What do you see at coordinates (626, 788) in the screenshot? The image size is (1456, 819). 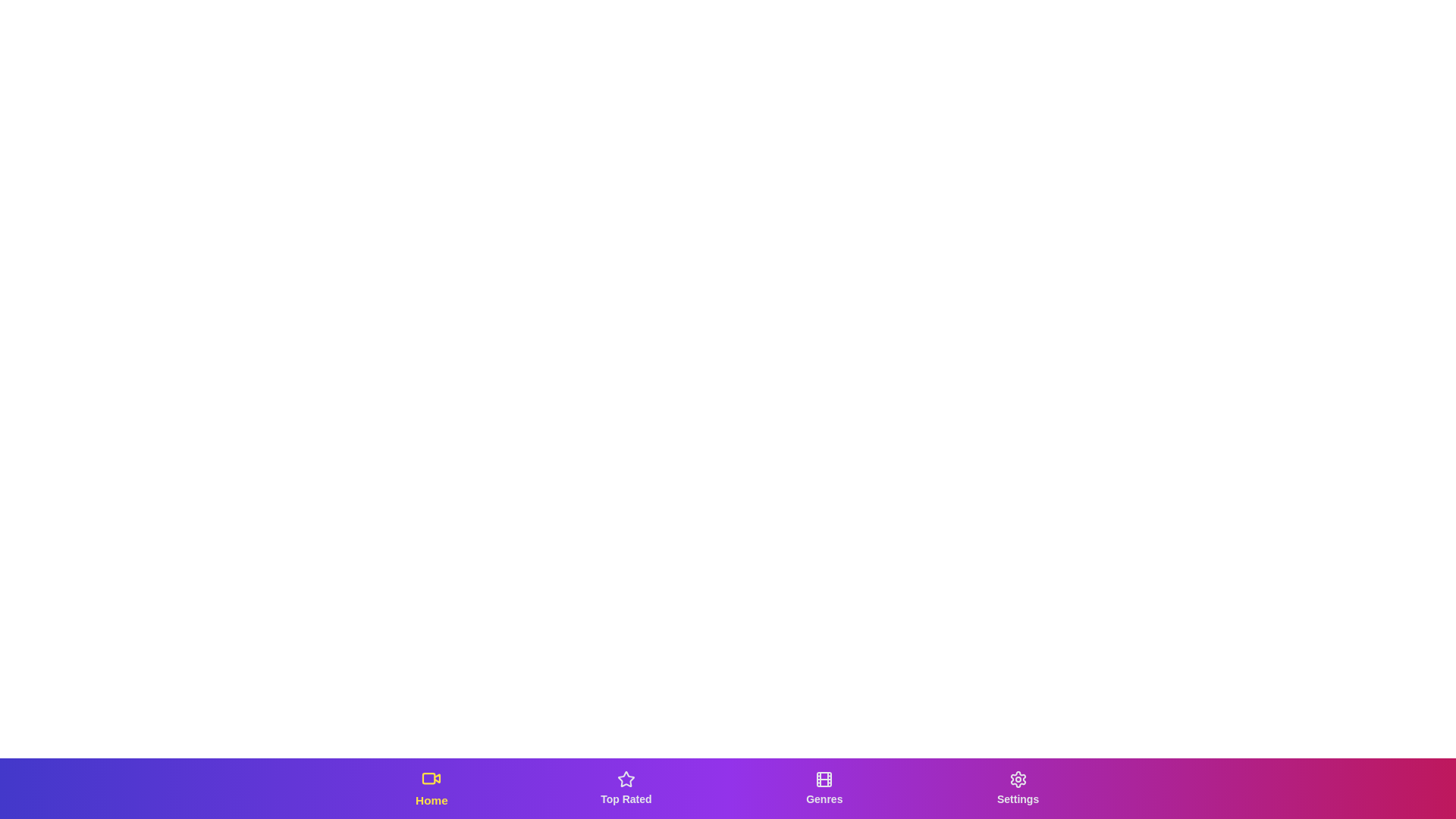 I see `the Top Rated tab from the navigation bar` at bounding box center [626, 788].